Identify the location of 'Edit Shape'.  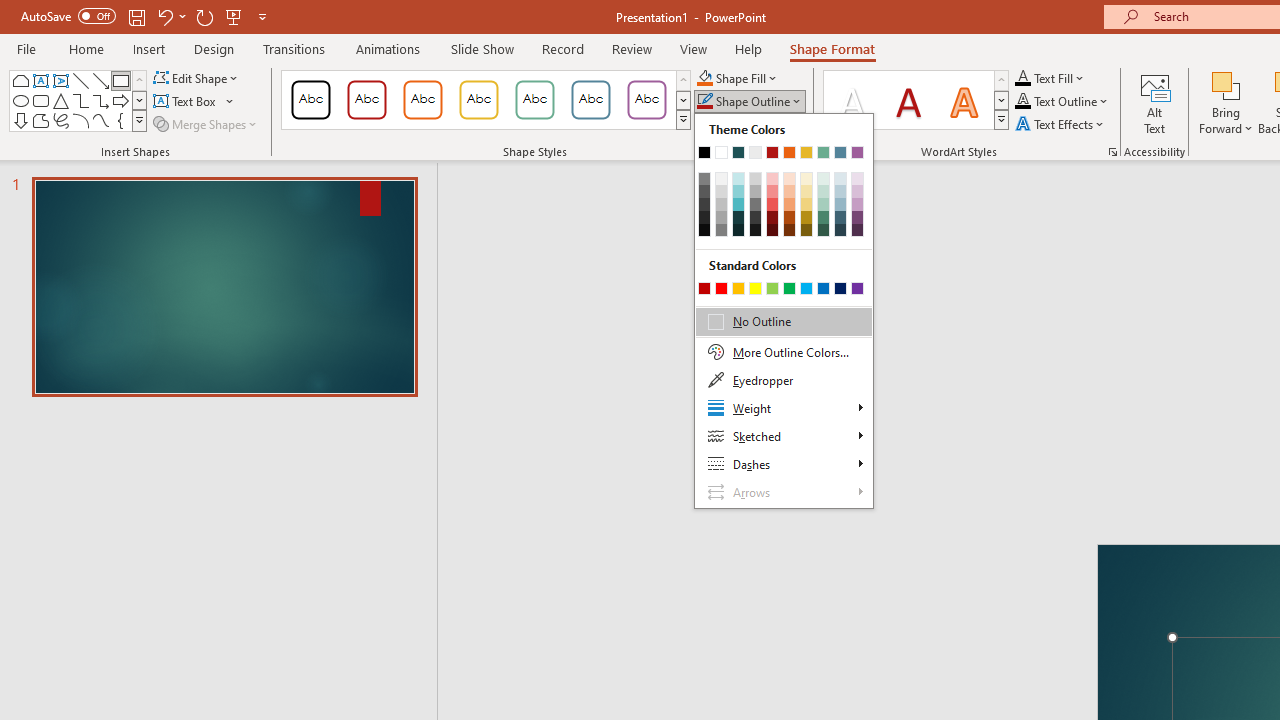
(197, 77).